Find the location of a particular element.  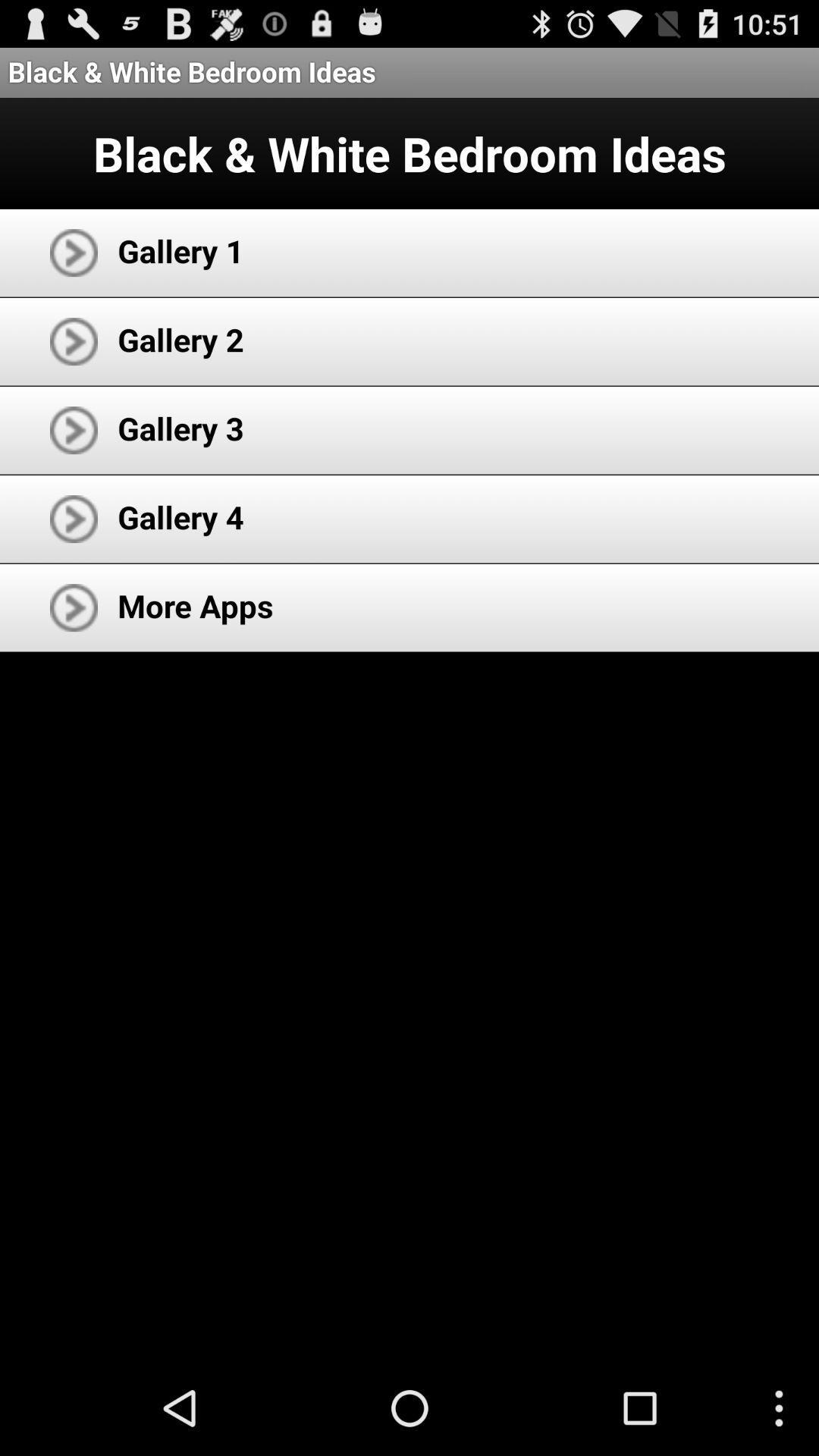

the gallery 1 icon is located at coordinates (180, 250).